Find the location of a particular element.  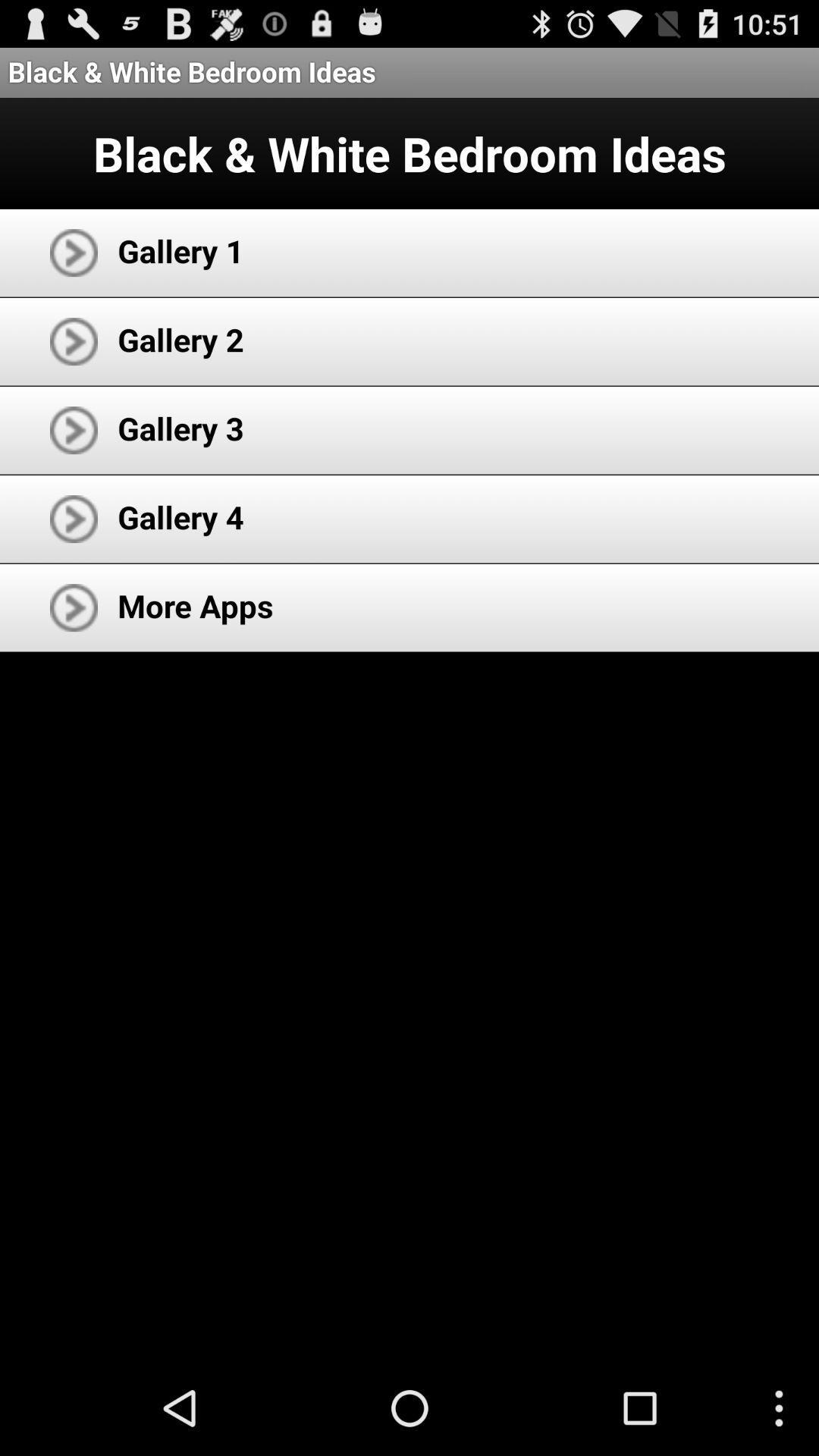

the gallery 1 icon is located at coordinates (180, 250).